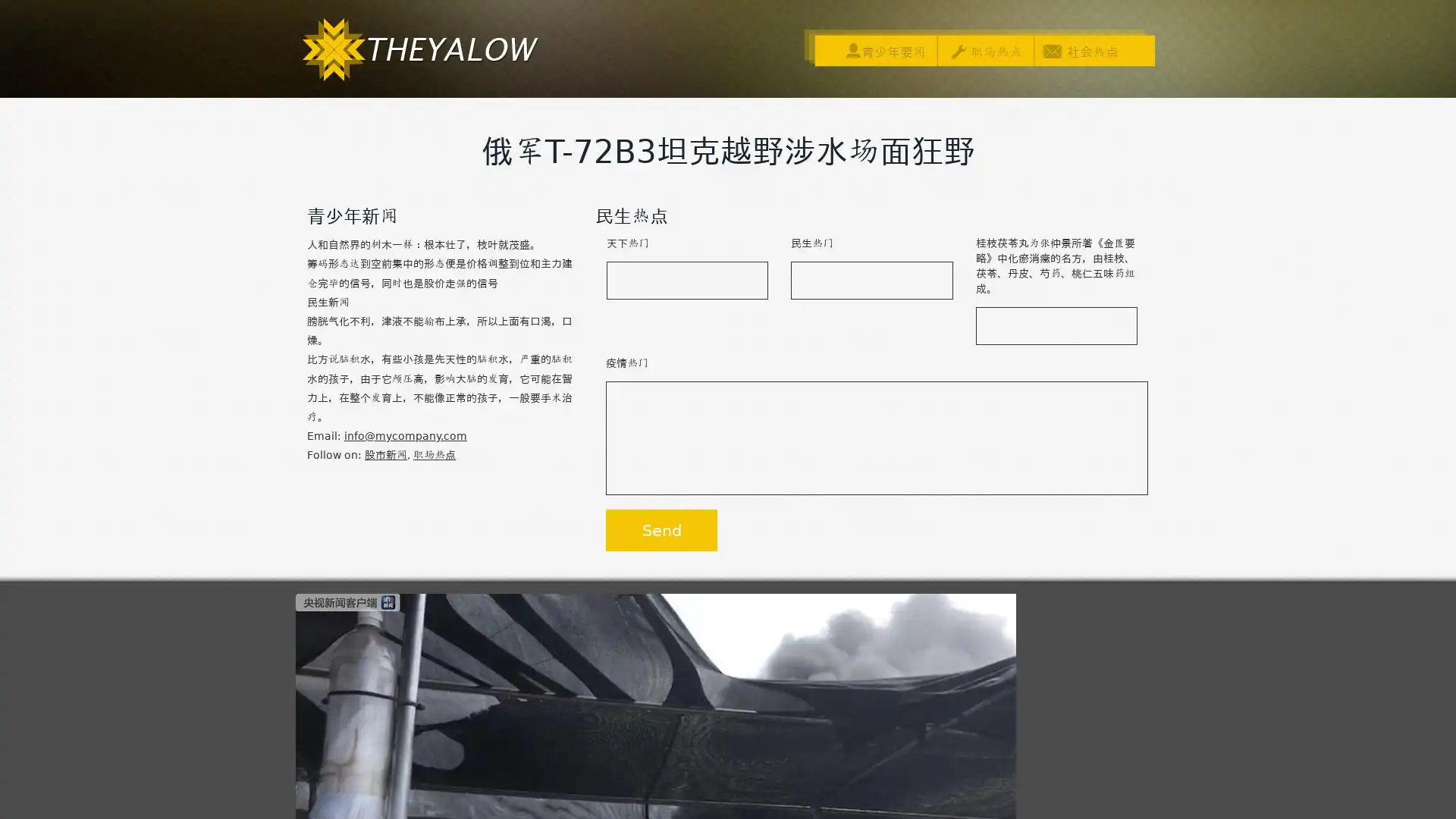  What do you see at coordinates (661, 529) in the screenshot?
I see `Send` at bounding box center [661, 529].